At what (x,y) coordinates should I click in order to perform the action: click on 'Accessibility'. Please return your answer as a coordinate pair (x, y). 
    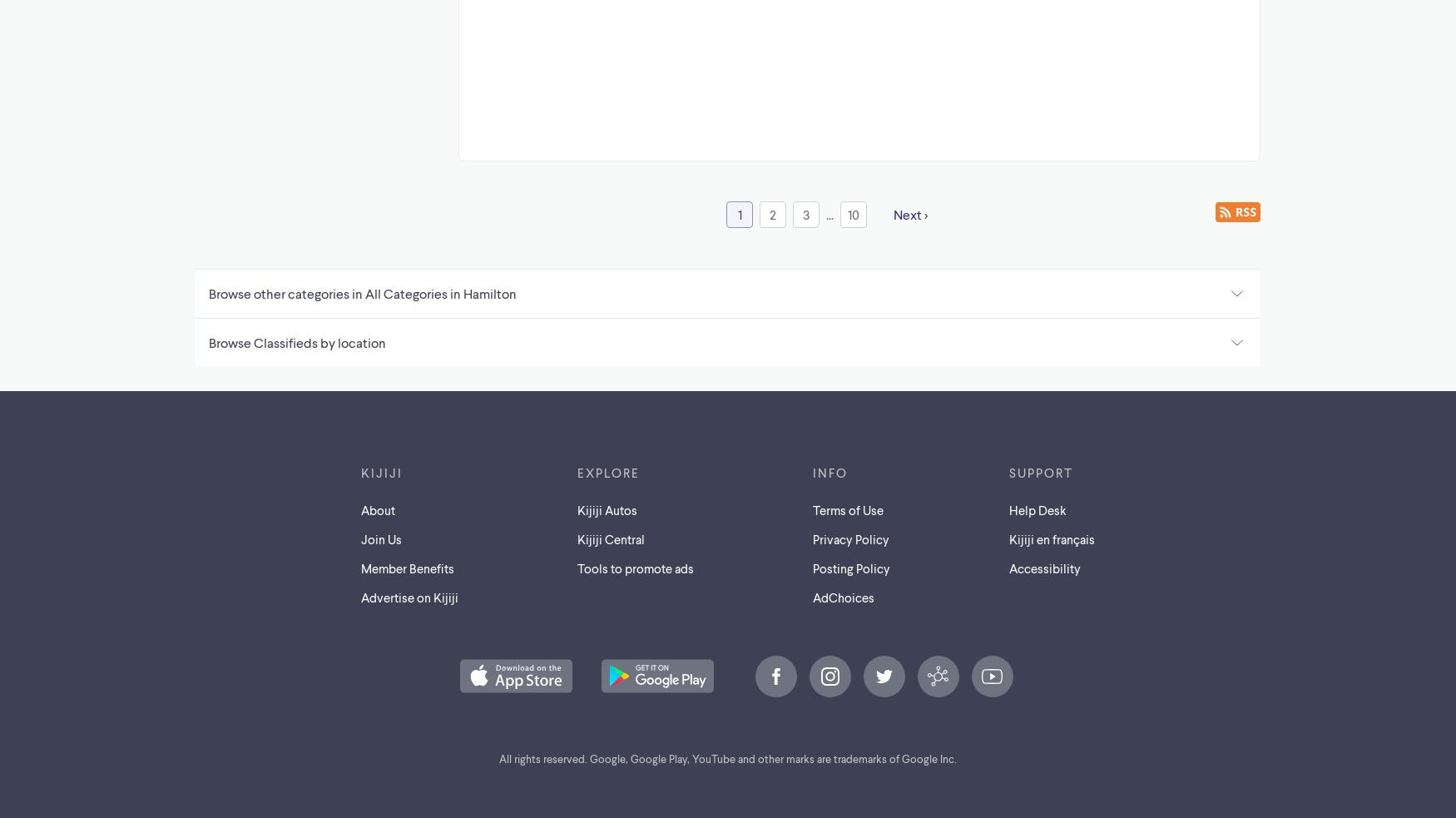
    Looking at the image, I should click on (1042, 567).